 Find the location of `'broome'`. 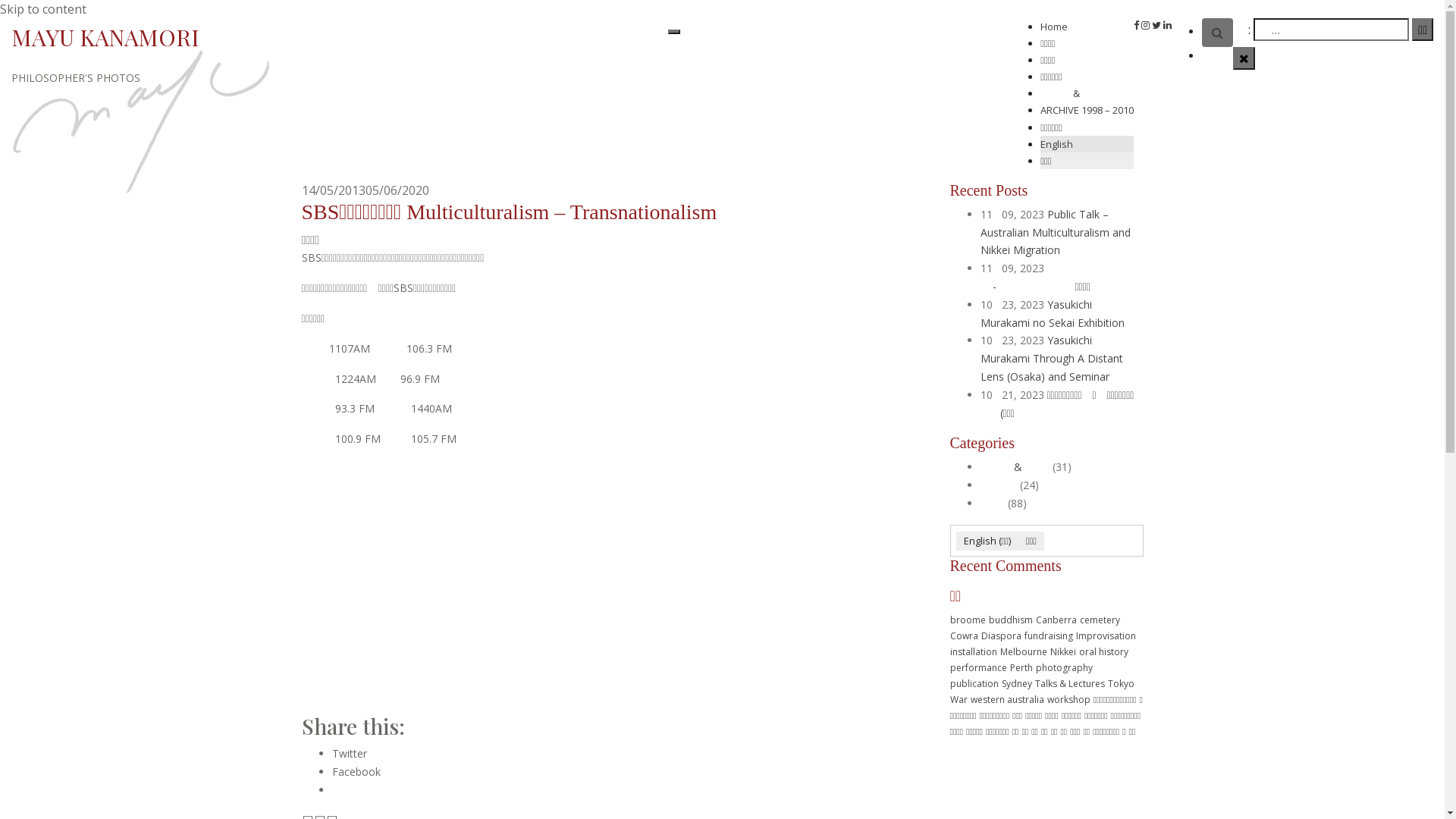

'broome' is located at coordinates (949, 620).